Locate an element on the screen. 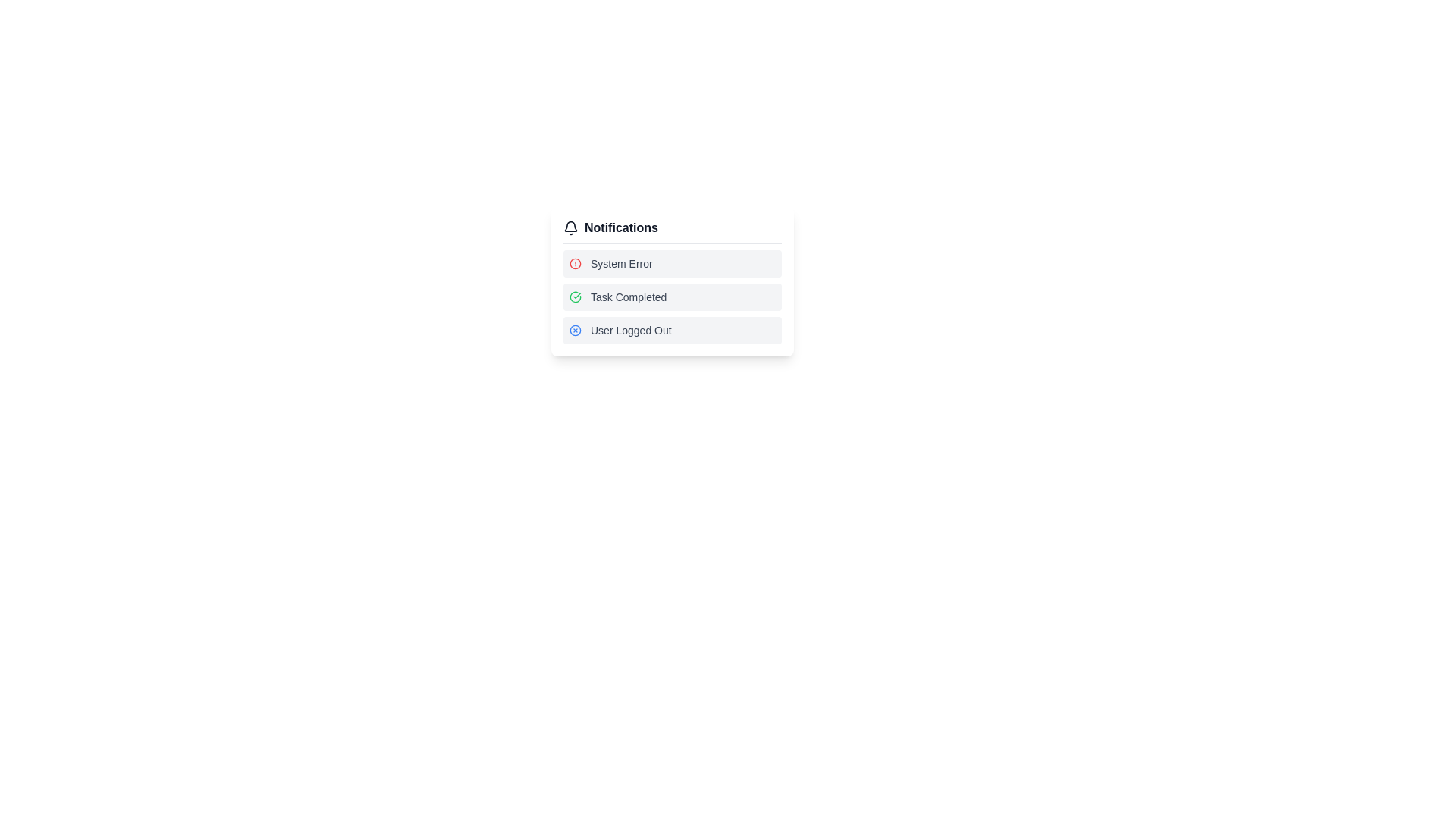 The width and height of the screenshot is (1456, 819). the Notification item labeled 'System Error', which is the first element in a vertical list within a white card, featuring a red circular alert icon and a subtle gray background is located at coordinates (672, 262).